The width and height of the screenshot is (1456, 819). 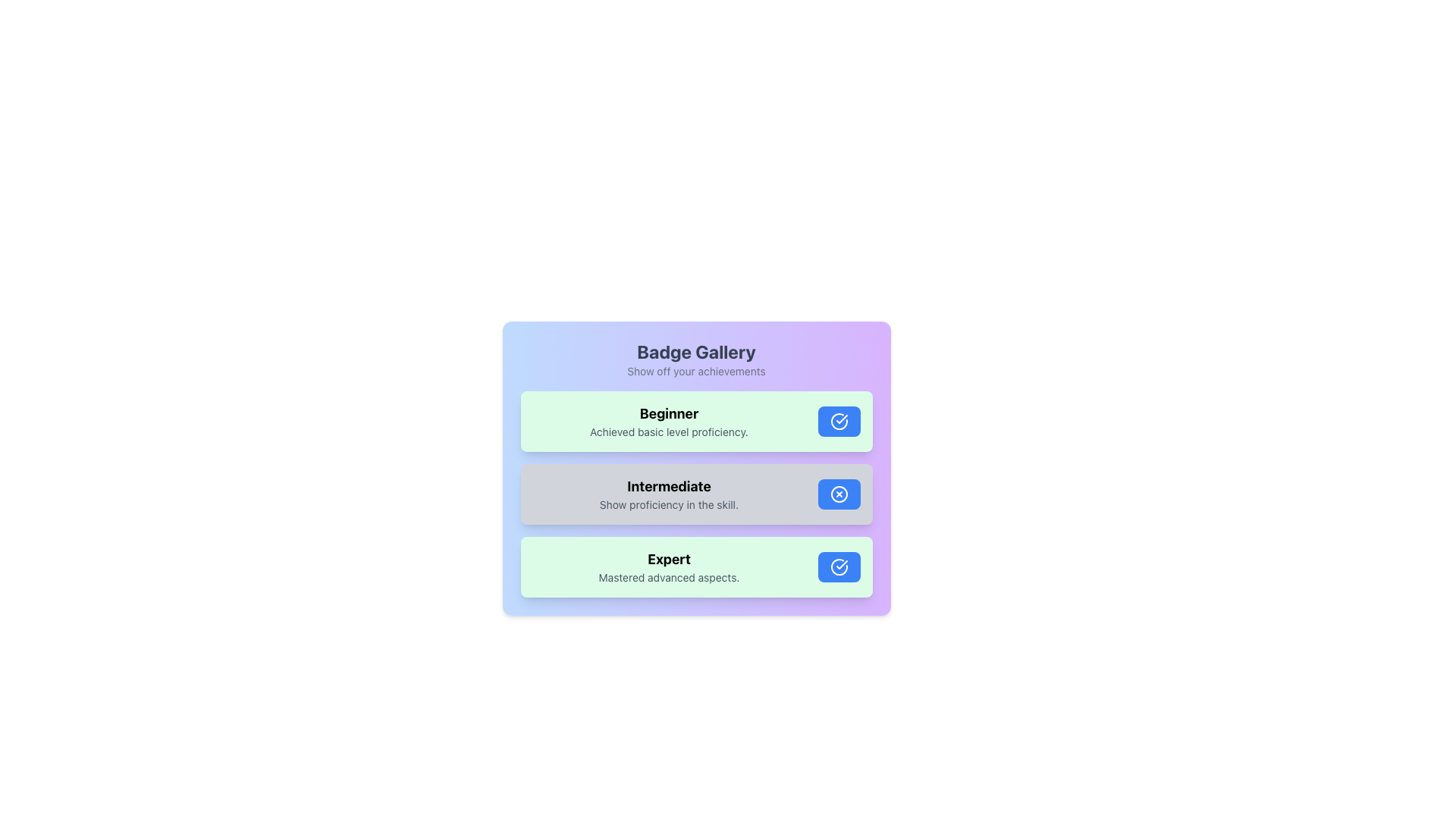 I want to click on the text block displaying 'Beginner' and 'Achieved basic level proficiency' with a light green background, located at the first position in the vertically stacked list of panels, so click(x=668, y=421).